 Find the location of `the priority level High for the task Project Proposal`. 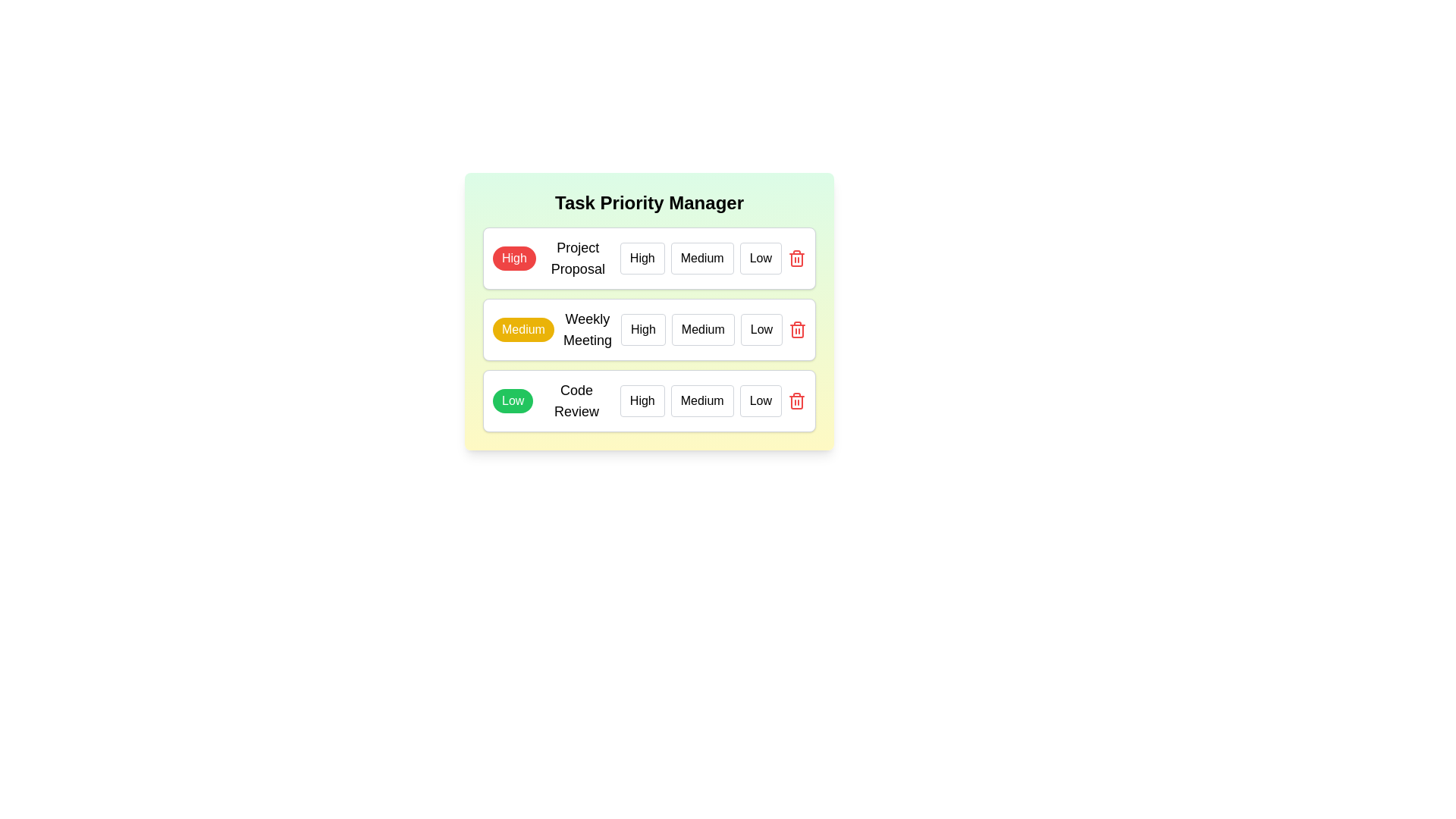

the priority level High for the task Project Proposal is located at coordinates (642, 257).